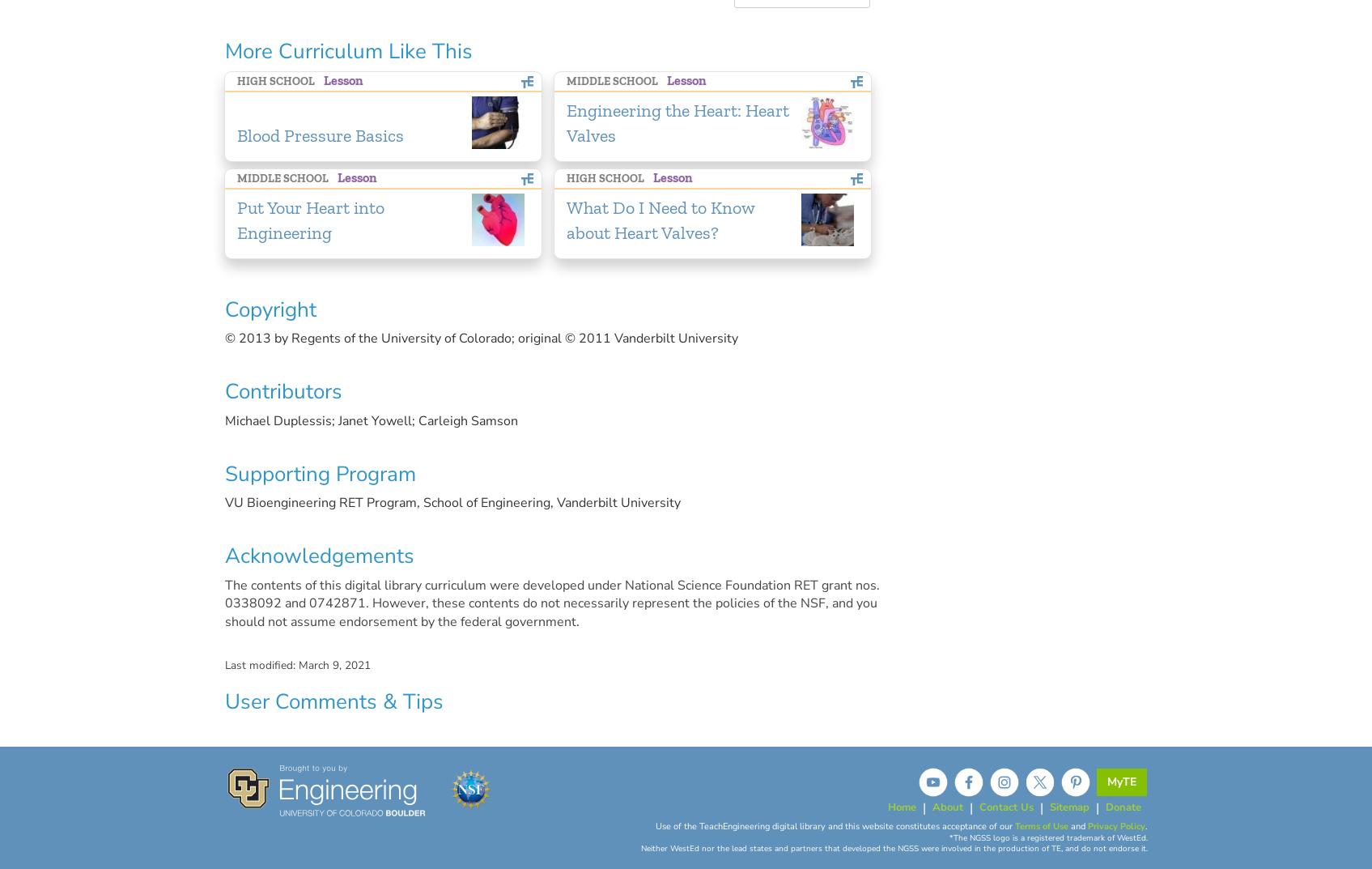 The width and height of the screenshot is (1372, 869). I want to click on 'Put Your Heart into Engineering', so click(236, 219).